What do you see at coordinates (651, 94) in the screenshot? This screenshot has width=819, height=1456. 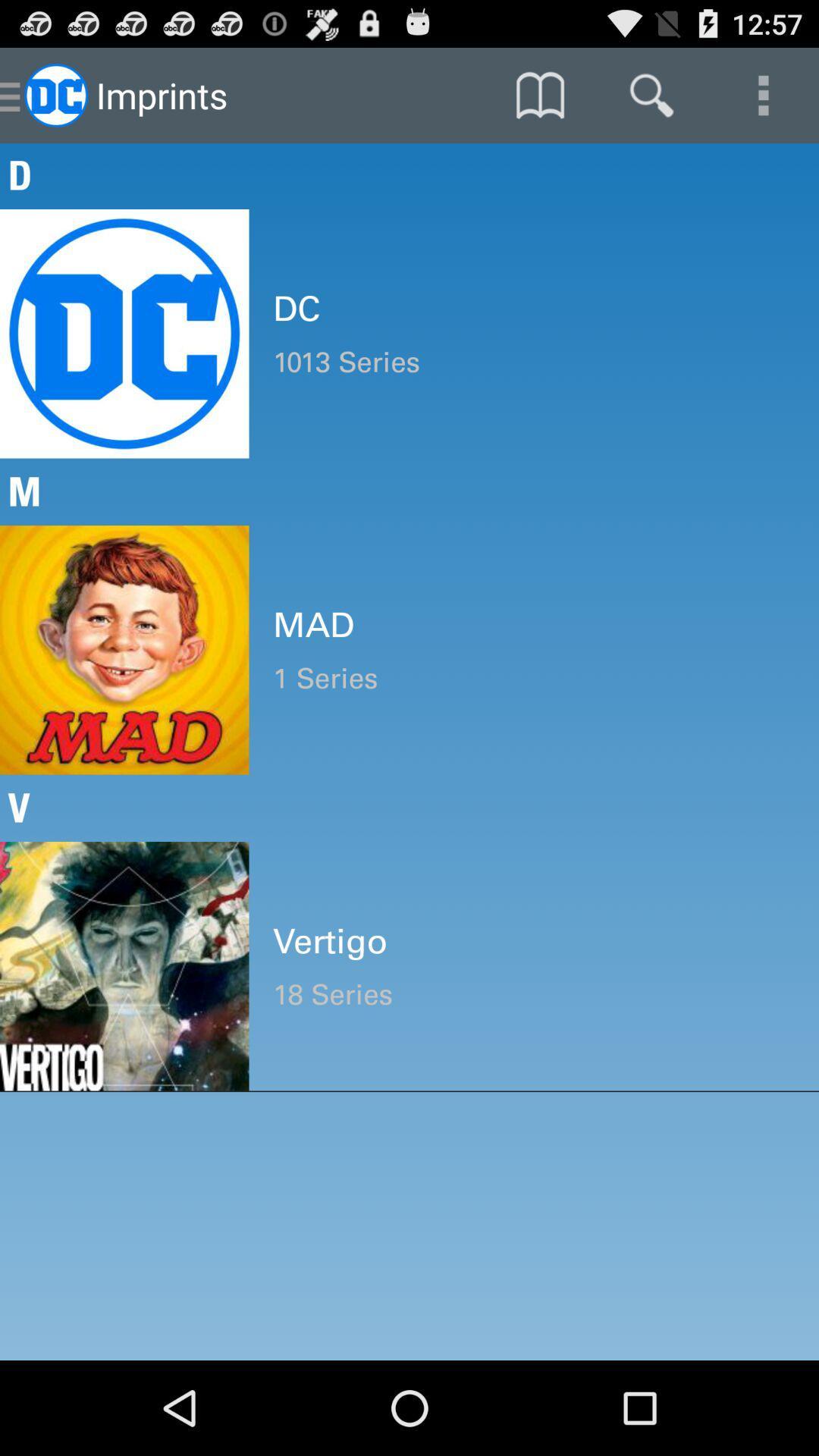 I see `the item above the d icon` at bounding box center [651, 94].